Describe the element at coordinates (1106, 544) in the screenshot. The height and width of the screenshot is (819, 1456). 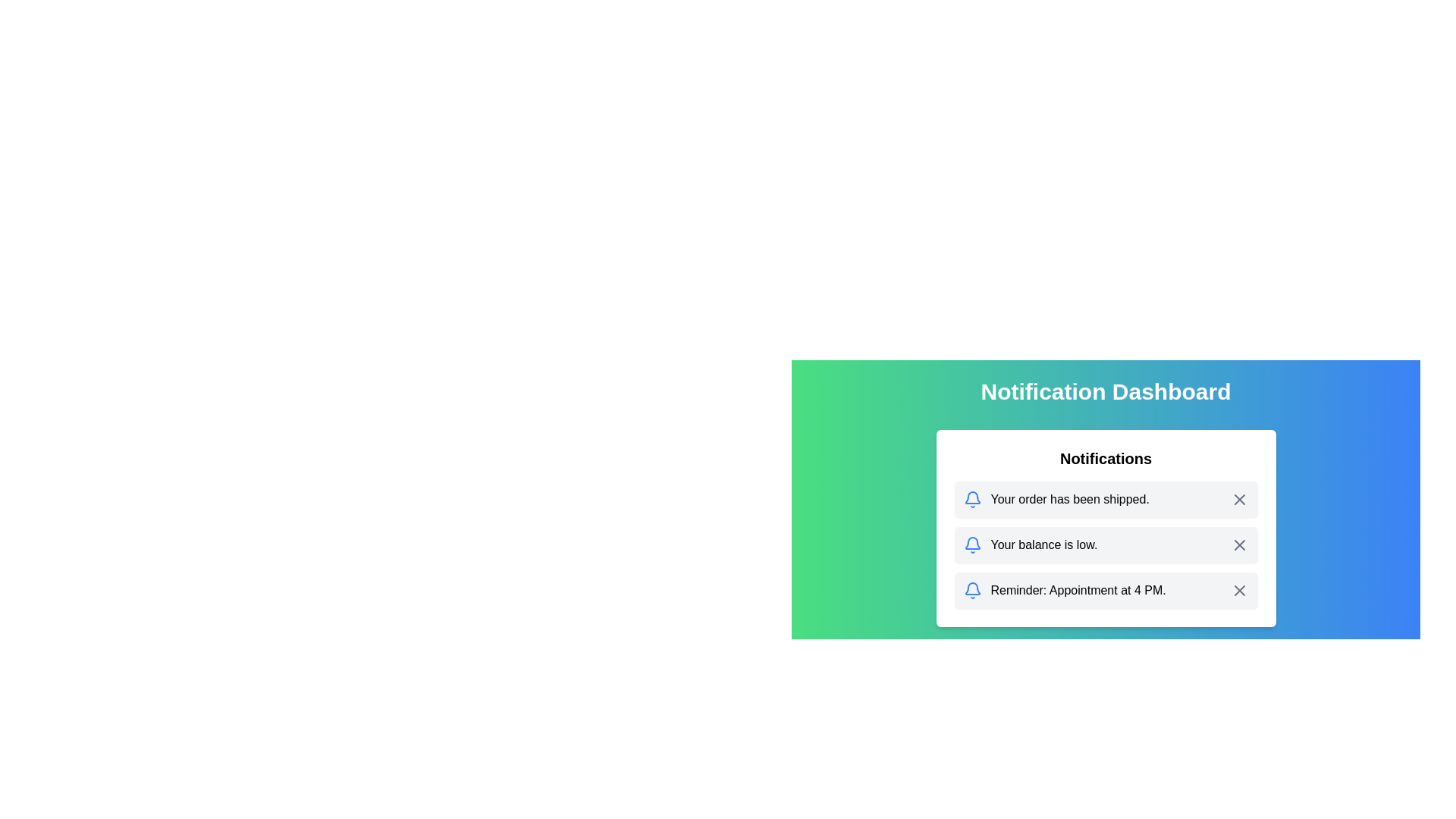
I see `the Notification card that informs the user about a low balance, positioned between 'Your order has been shipped.' and 'Reminder: Appointment at 4 PM.'` at that location.